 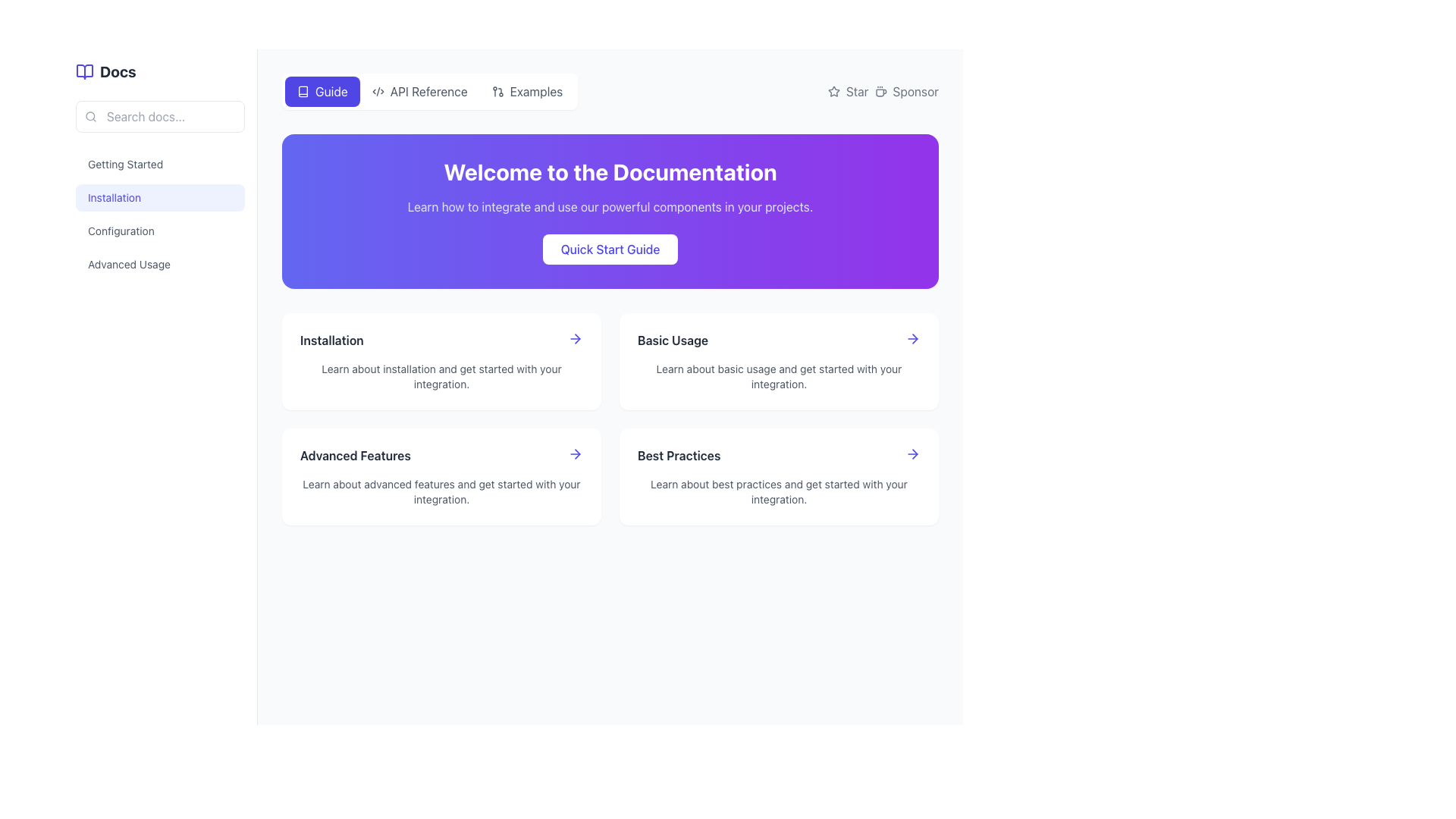 I want to click on the 'API Reference' text label in the navigation bar, so click(x=428, y=91).